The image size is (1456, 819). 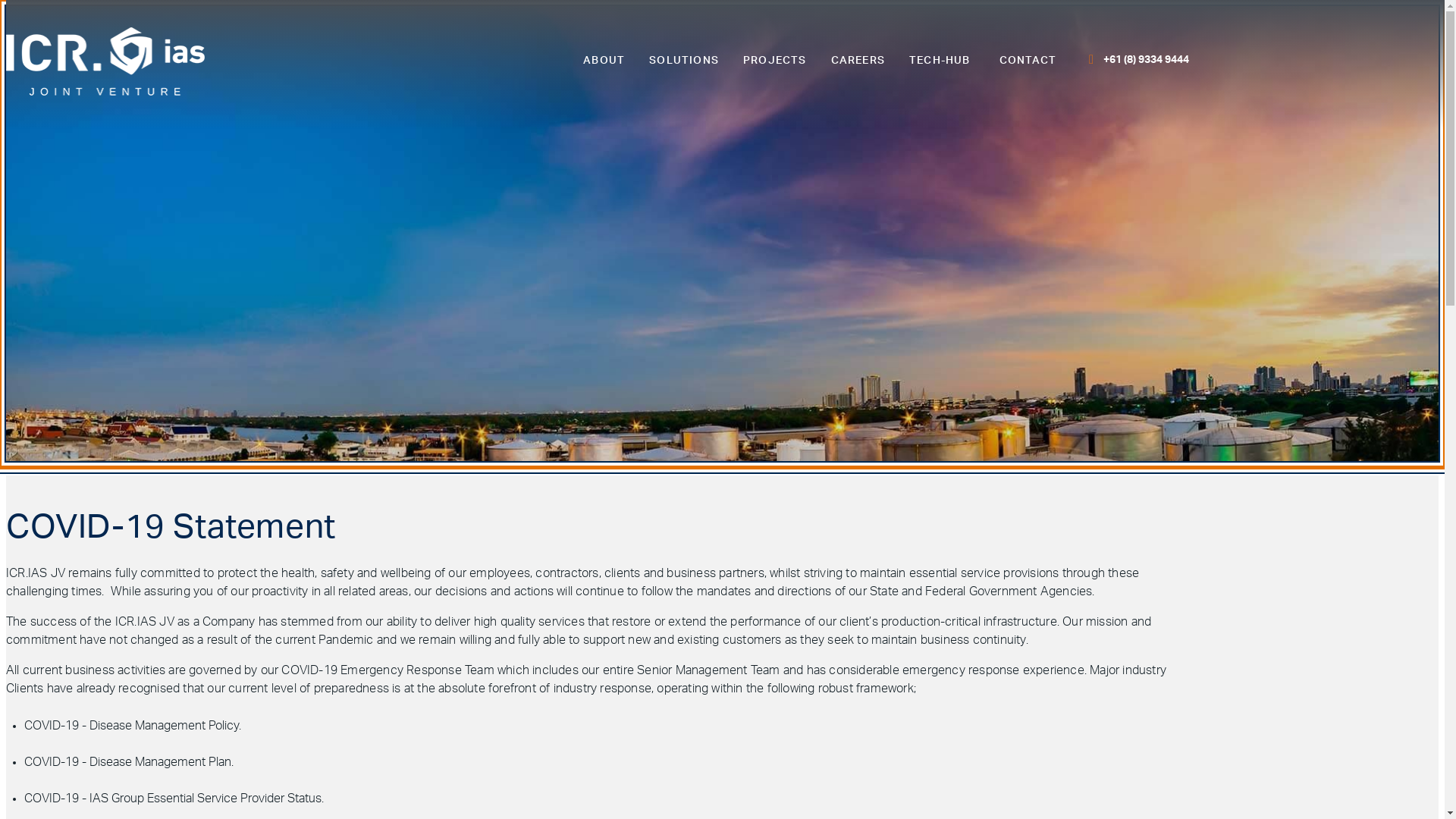 What do you see at coordinates (683, 60) in the screenshot?
I see `'SOLUTIONS'` at bounding box center [683, 60].